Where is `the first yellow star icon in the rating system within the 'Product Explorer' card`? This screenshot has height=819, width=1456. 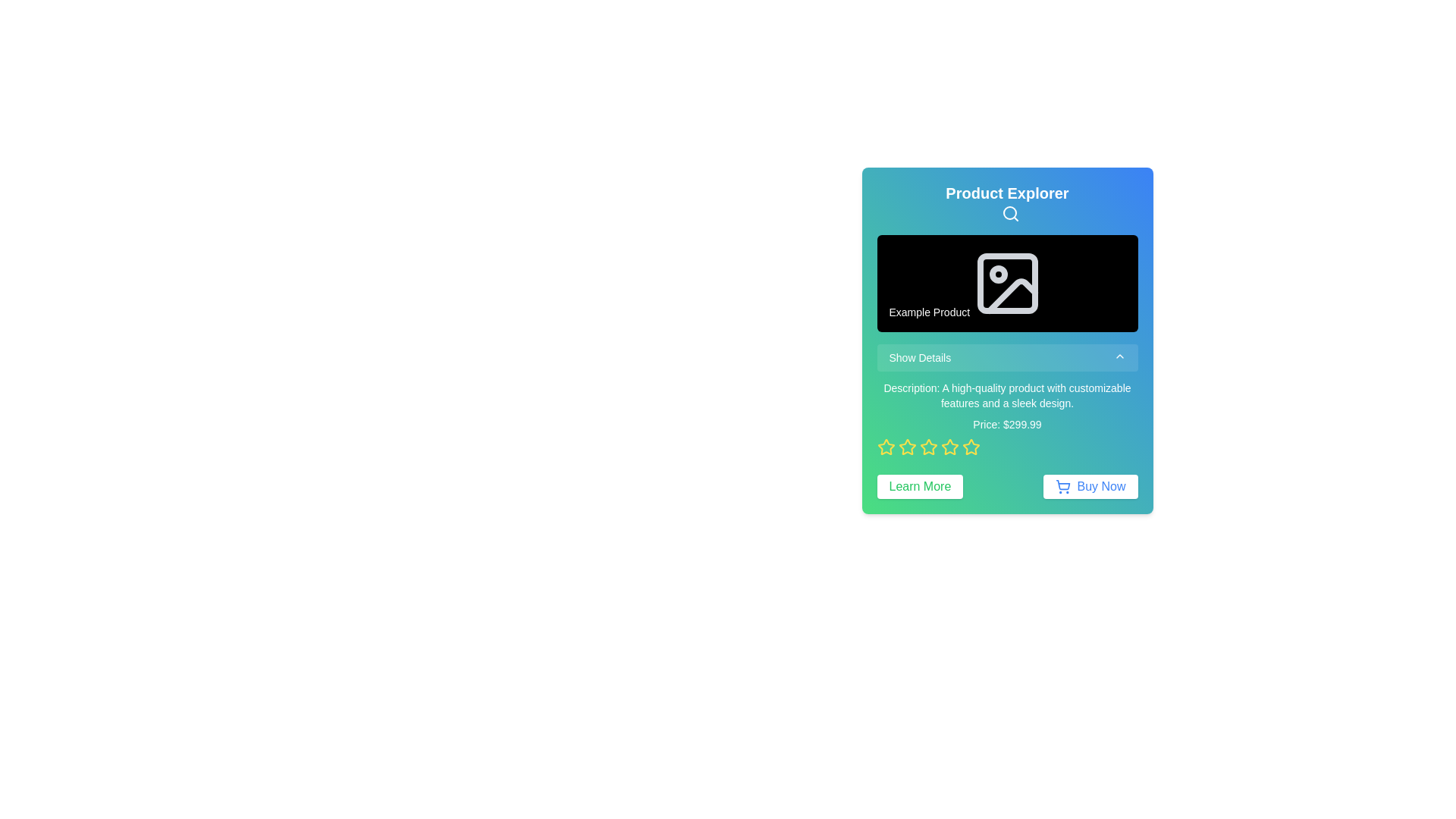
the first yellow star icon in the rating system within the 'Product Explorer' card is located at coordinates (907, 446).